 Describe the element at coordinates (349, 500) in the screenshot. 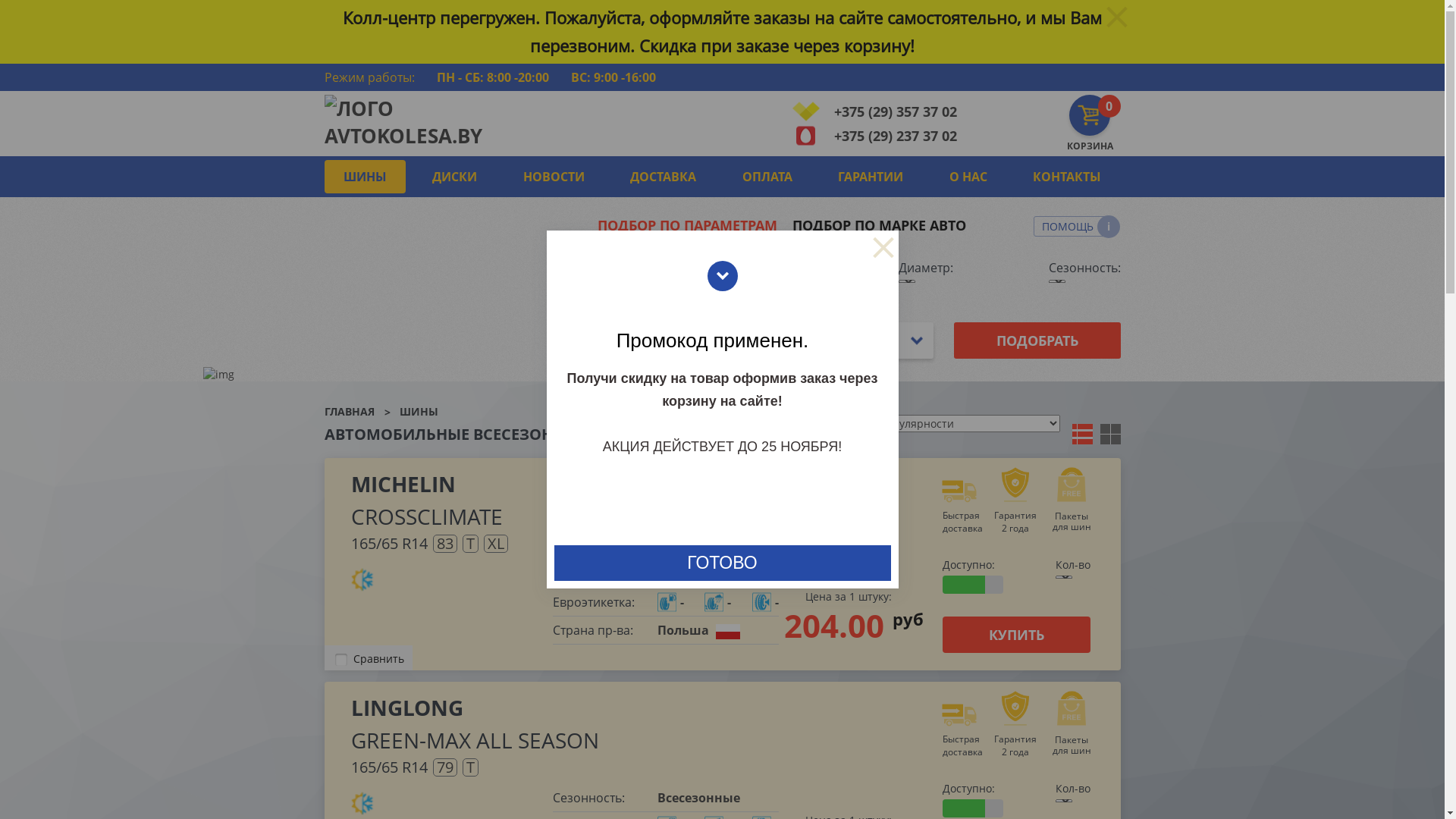

I see `'MICHELIN` at that location.